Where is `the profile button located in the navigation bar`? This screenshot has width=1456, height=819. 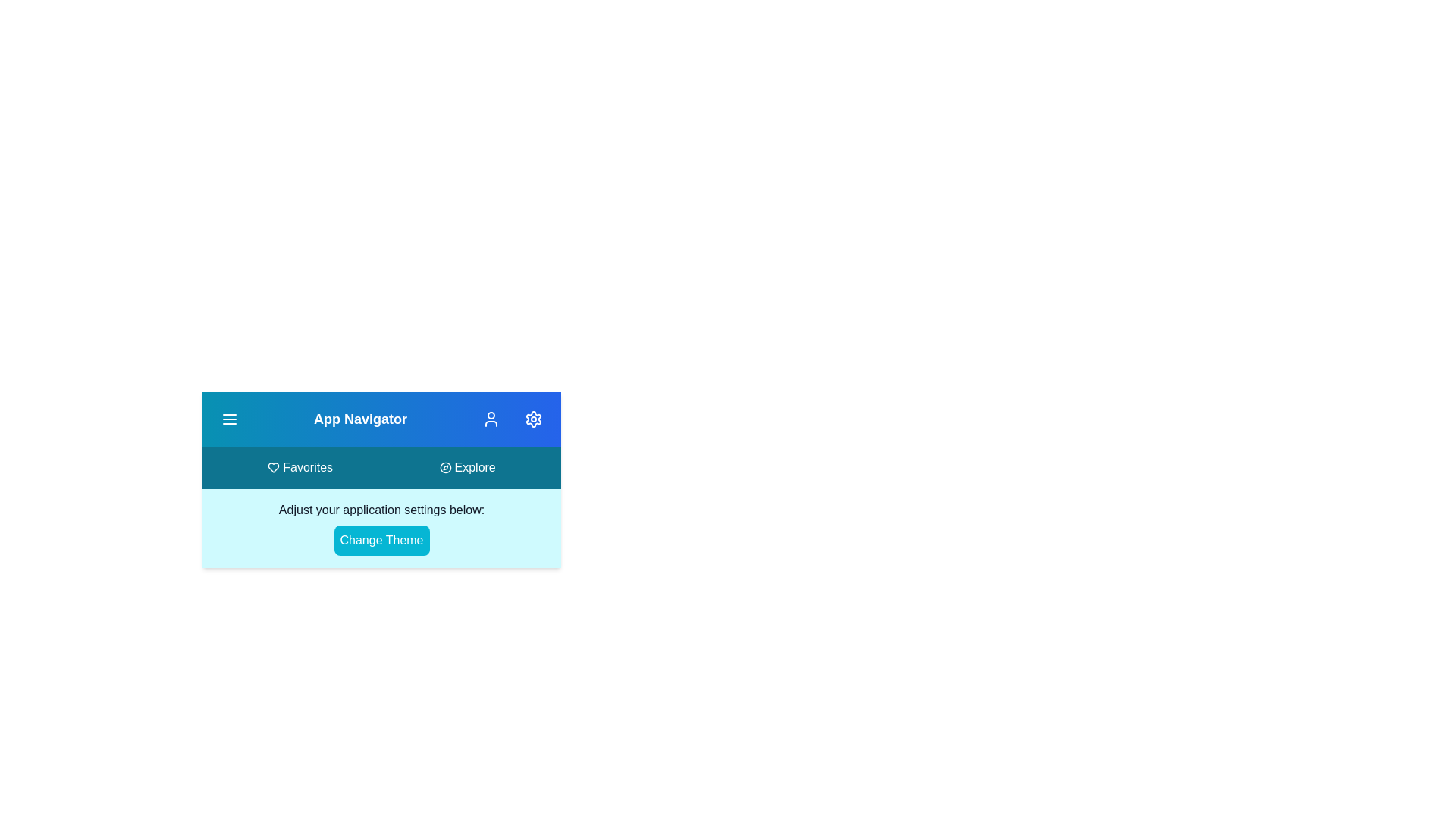 the profile button located in the navigation bar is located at coordinates (491, 419).